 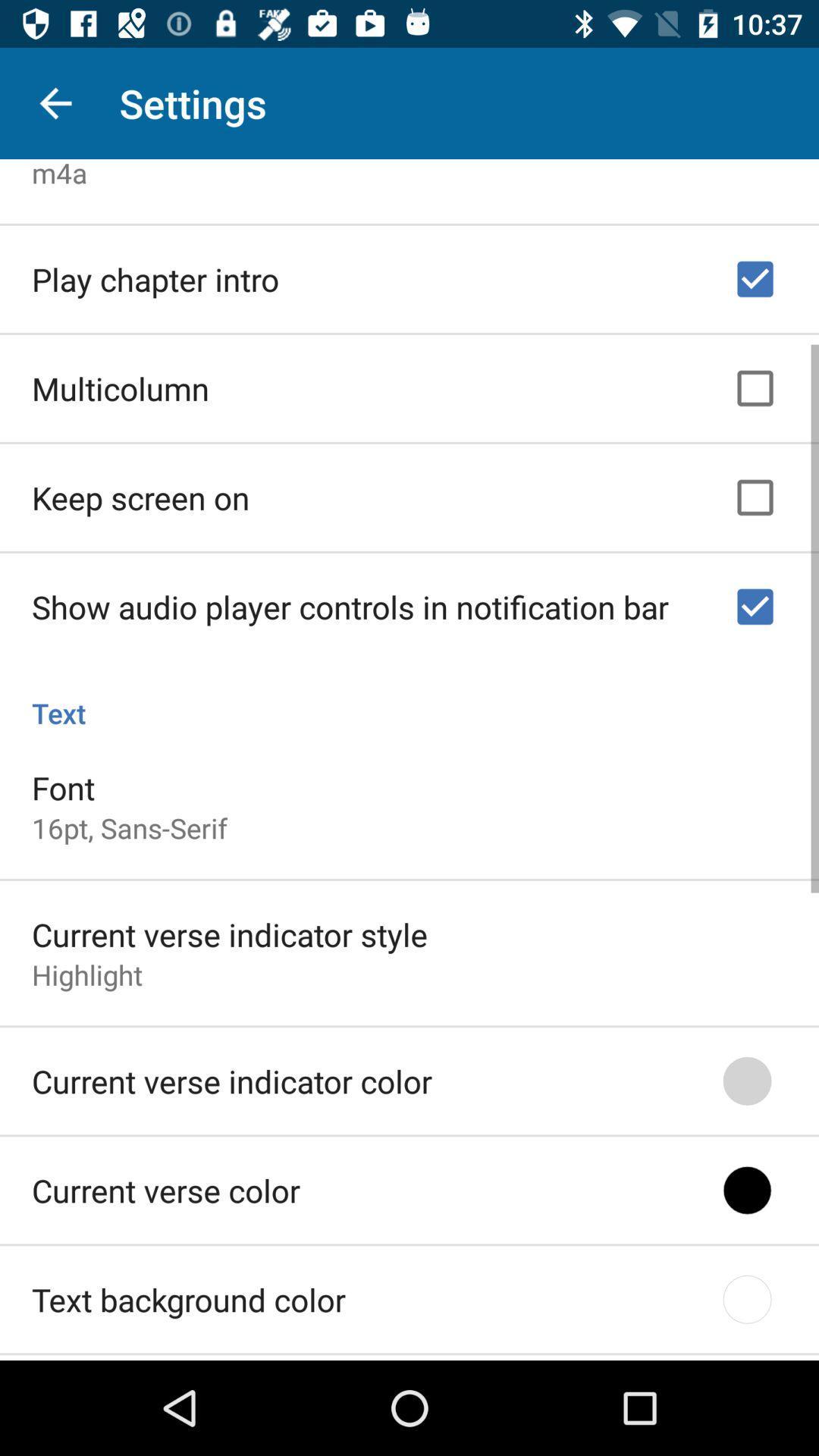 What do you see at coordinates (58, 173) in the screenshot?
I see `m4a` at bounding box center [58, 173].